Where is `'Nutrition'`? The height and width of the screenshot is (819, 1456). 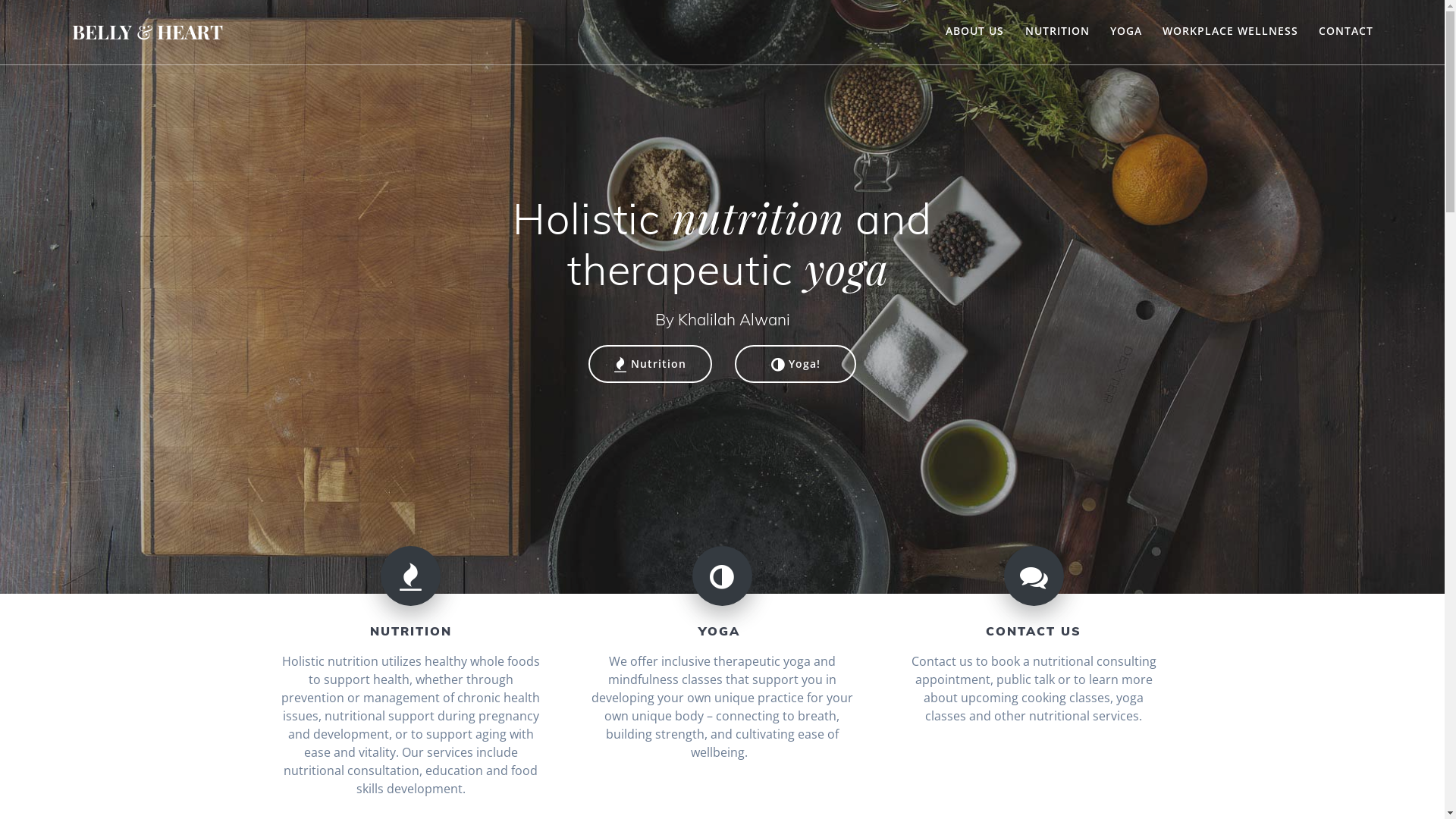 'Nutrition' is located at coordinates (650, 363).